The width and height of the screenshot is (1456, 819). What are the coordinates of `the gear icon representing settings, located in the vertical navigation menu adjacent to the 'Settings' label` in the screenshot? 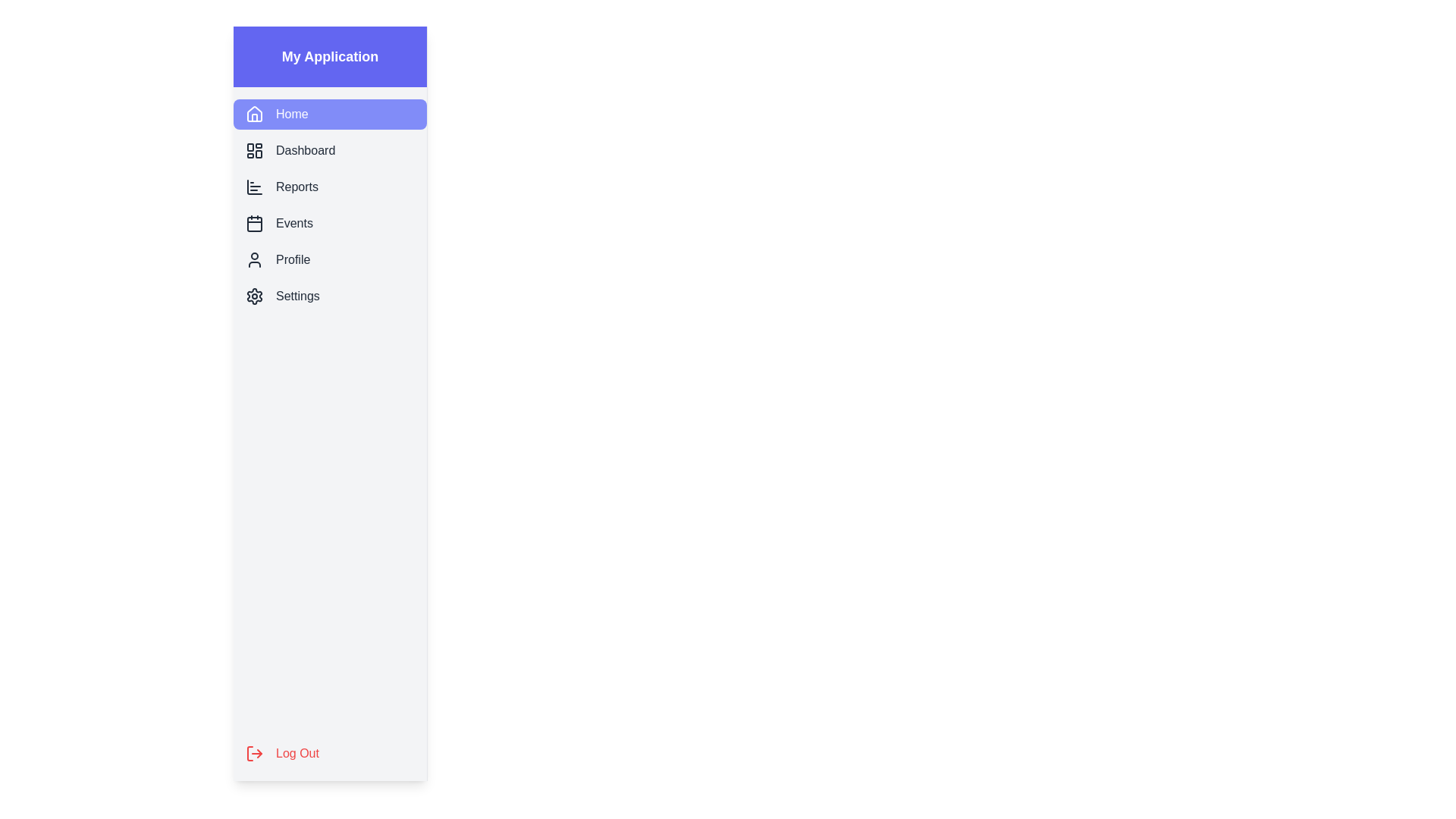 It's located at (255, 296).